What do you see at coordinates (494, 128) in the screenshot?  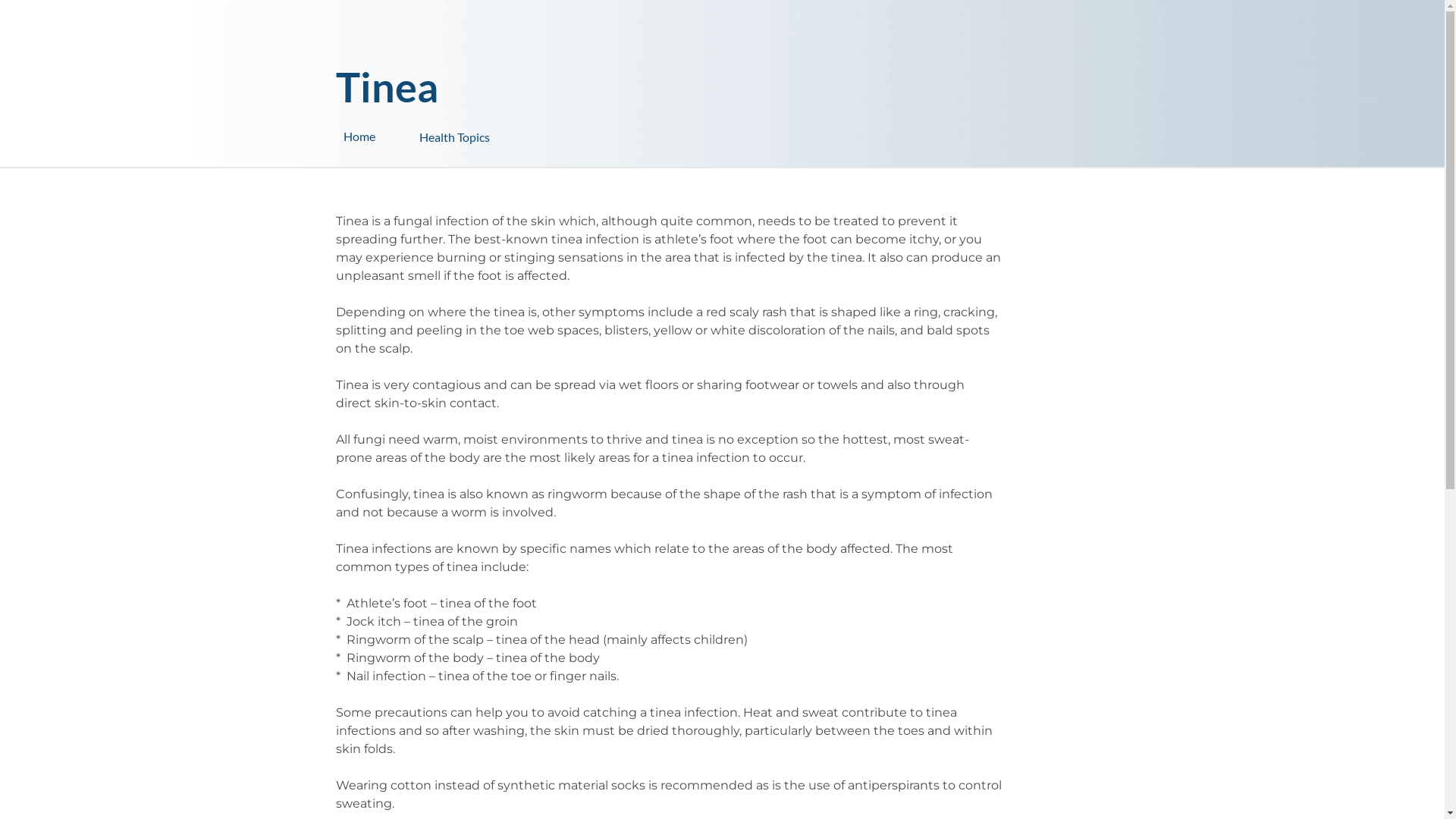 I see `'Health Topics'` at bounding box center [494, 128].